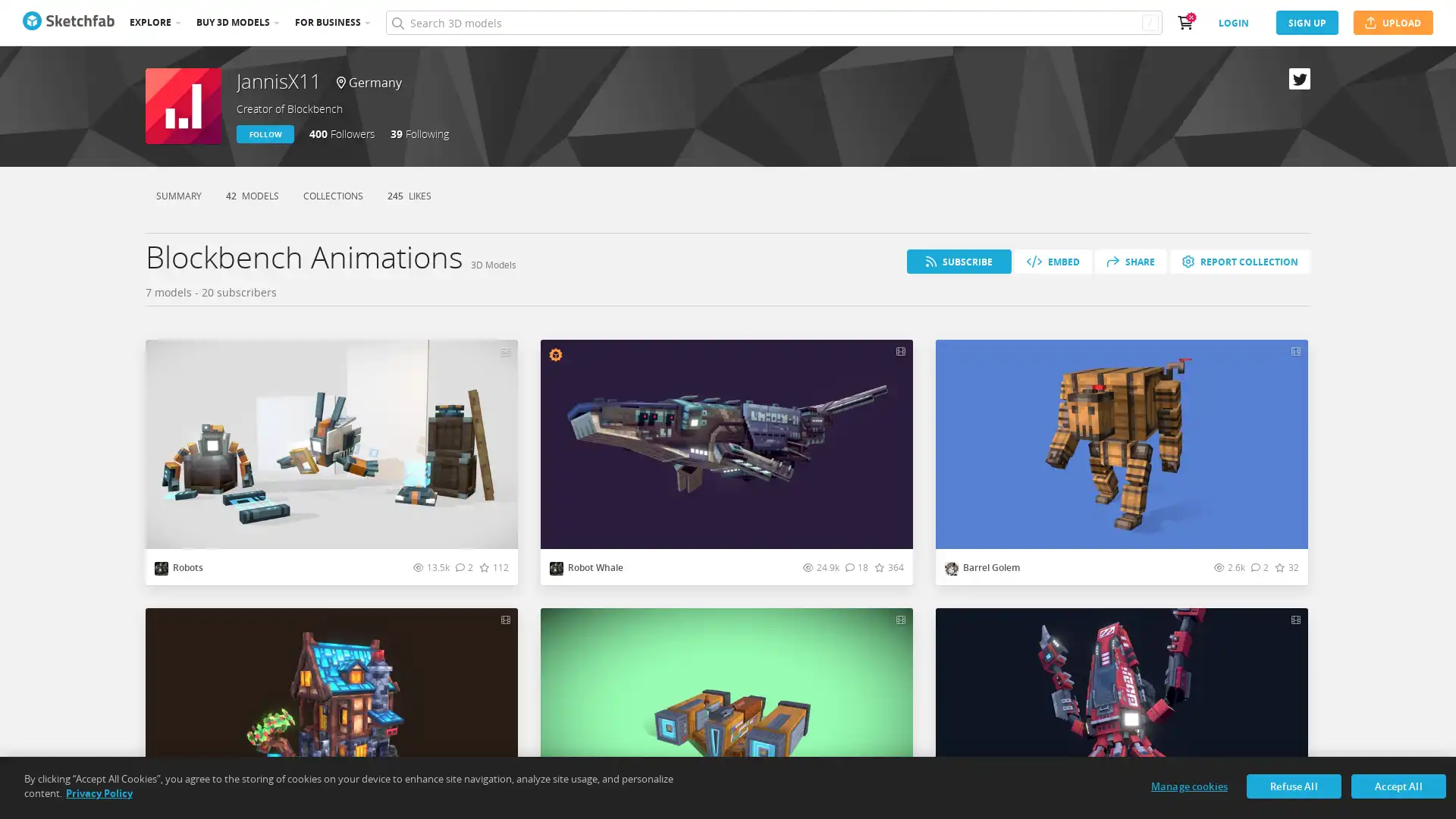 The height and width of the screenshot is (819, 1456). Describe the element at coordinates (1398, 786) in the screenshot. I see `Accept All` at that location.